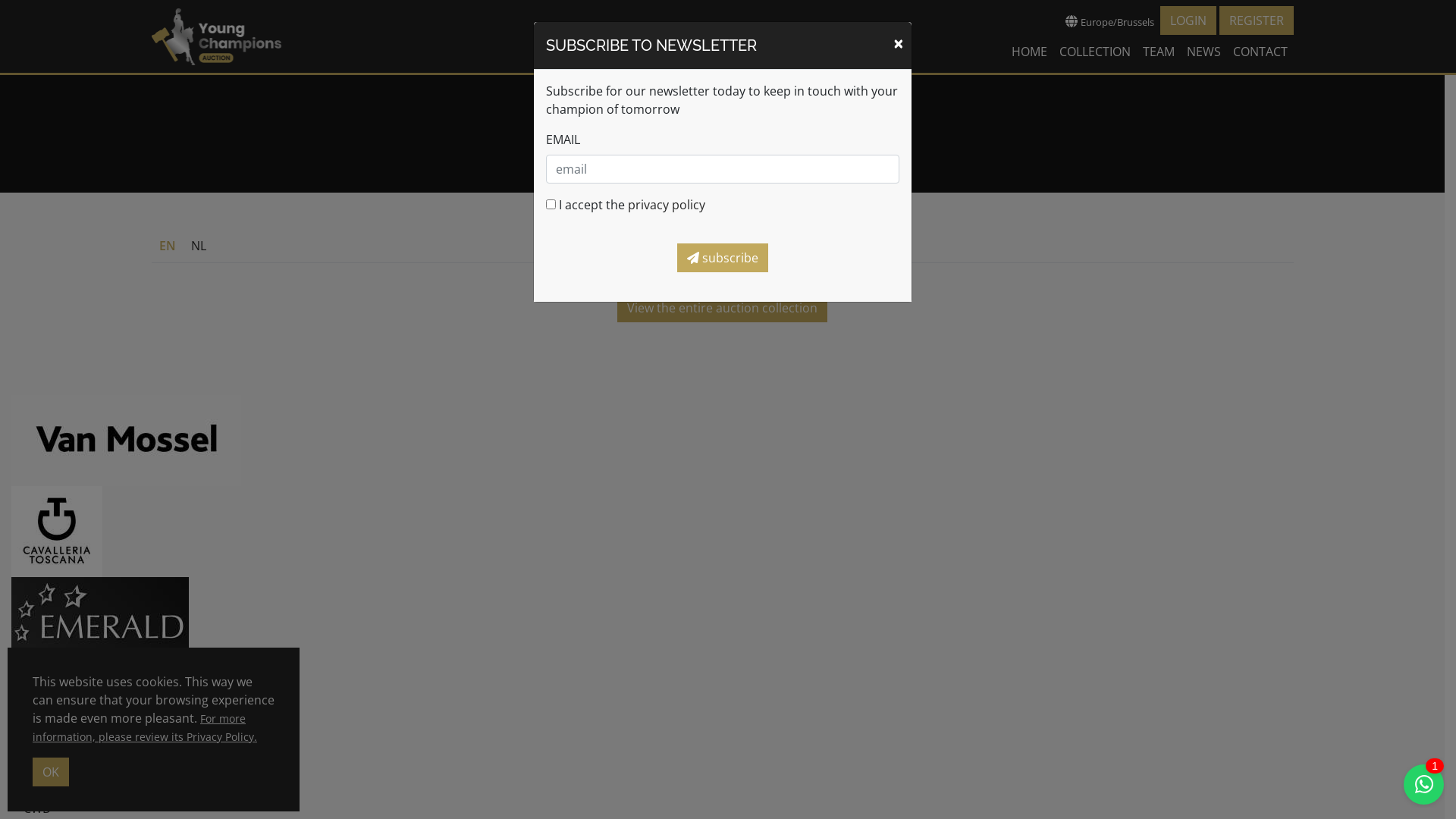 The image size is (1456, 819). I want to click on 'subscribe', so click(720, 256).